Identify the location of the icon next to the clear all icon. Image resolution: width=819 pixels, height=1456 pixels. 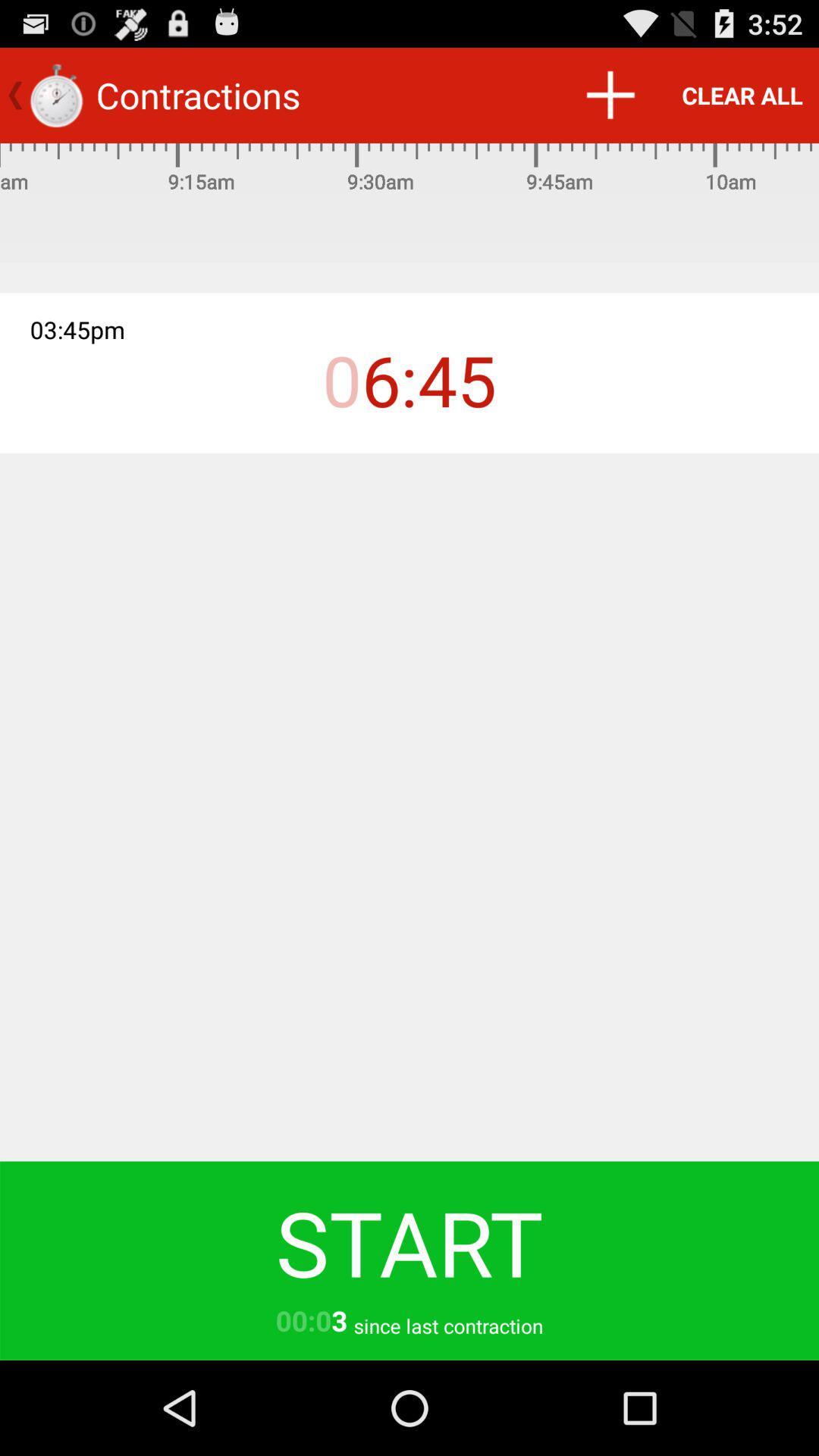
(609, 94).